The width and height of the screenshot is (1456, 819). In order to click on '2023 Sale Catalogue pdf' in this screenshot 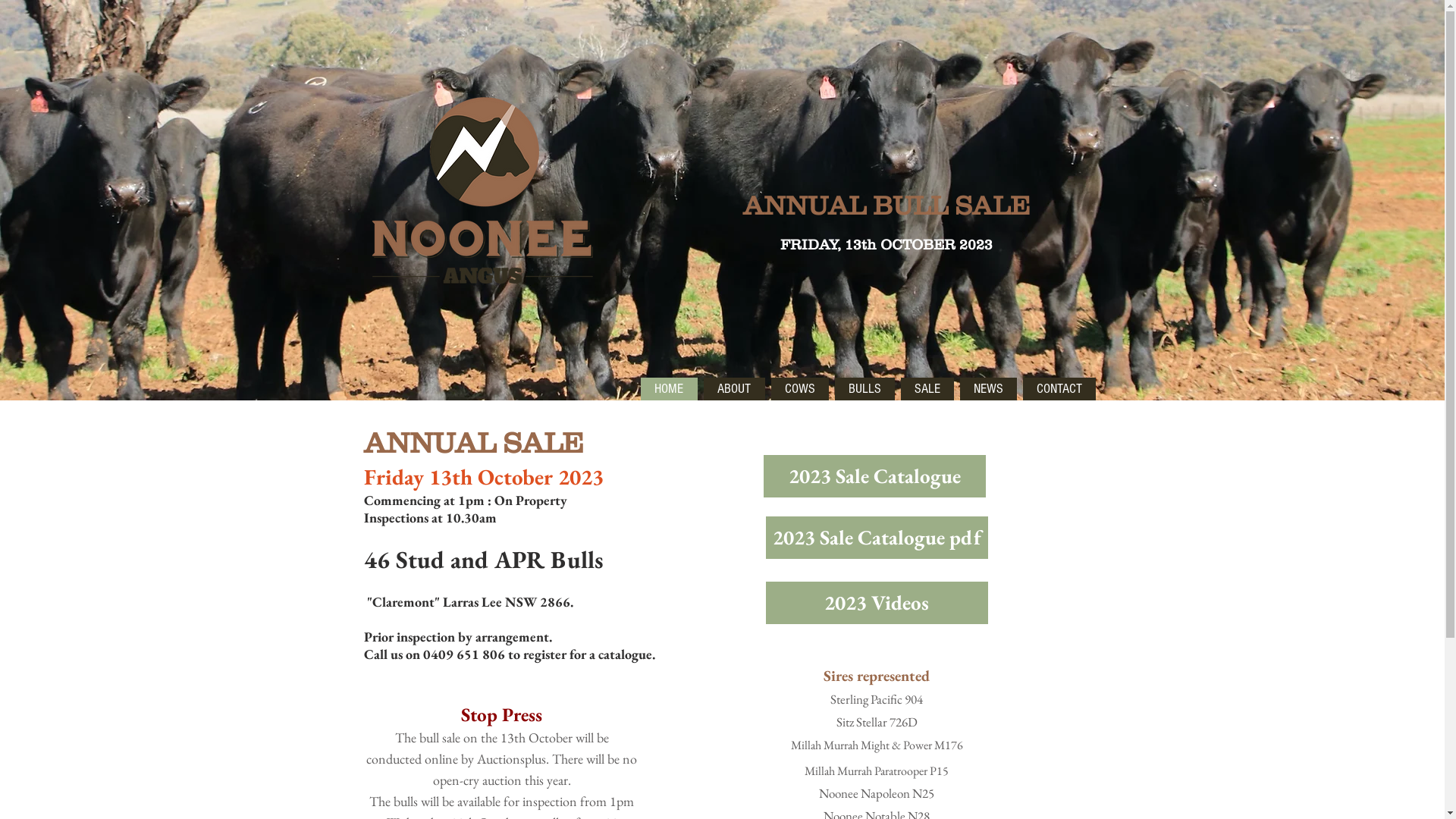, I will do `click(877, 537)`.